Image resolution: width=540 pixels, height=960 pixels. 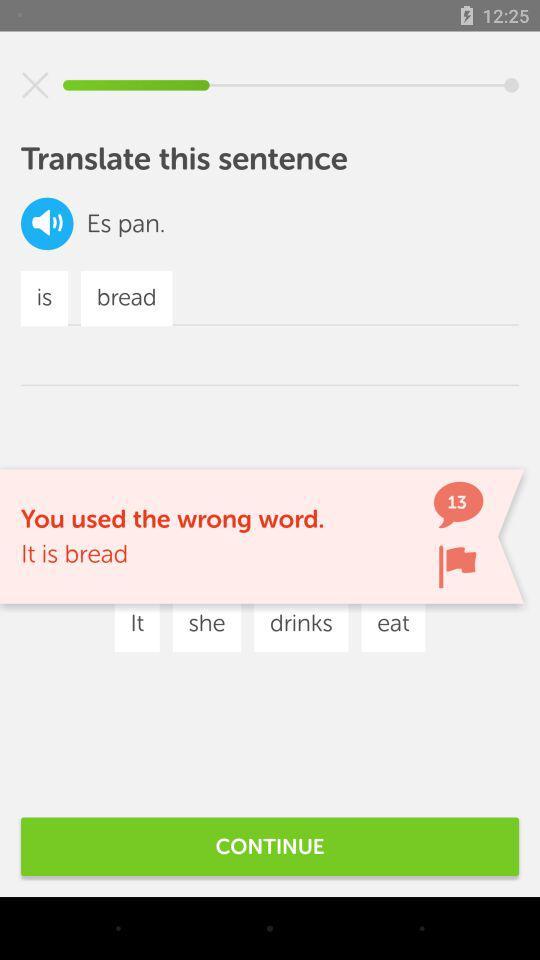 I want to click on the icon to the left of the es item, so click(x=47, y=223).